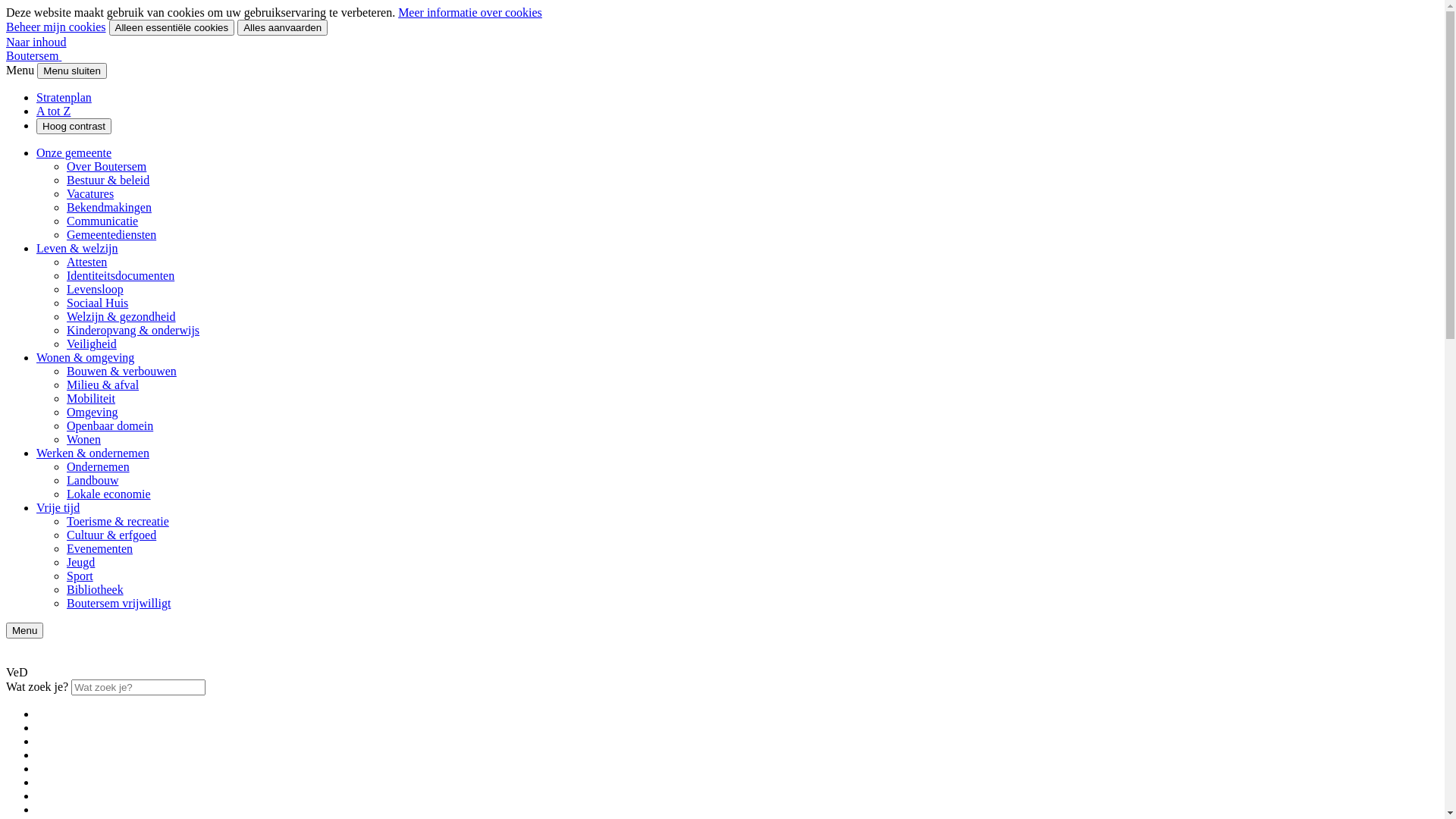 The image size is (1456, 819). I want to click on 'Landbouw', so click(91, 480).